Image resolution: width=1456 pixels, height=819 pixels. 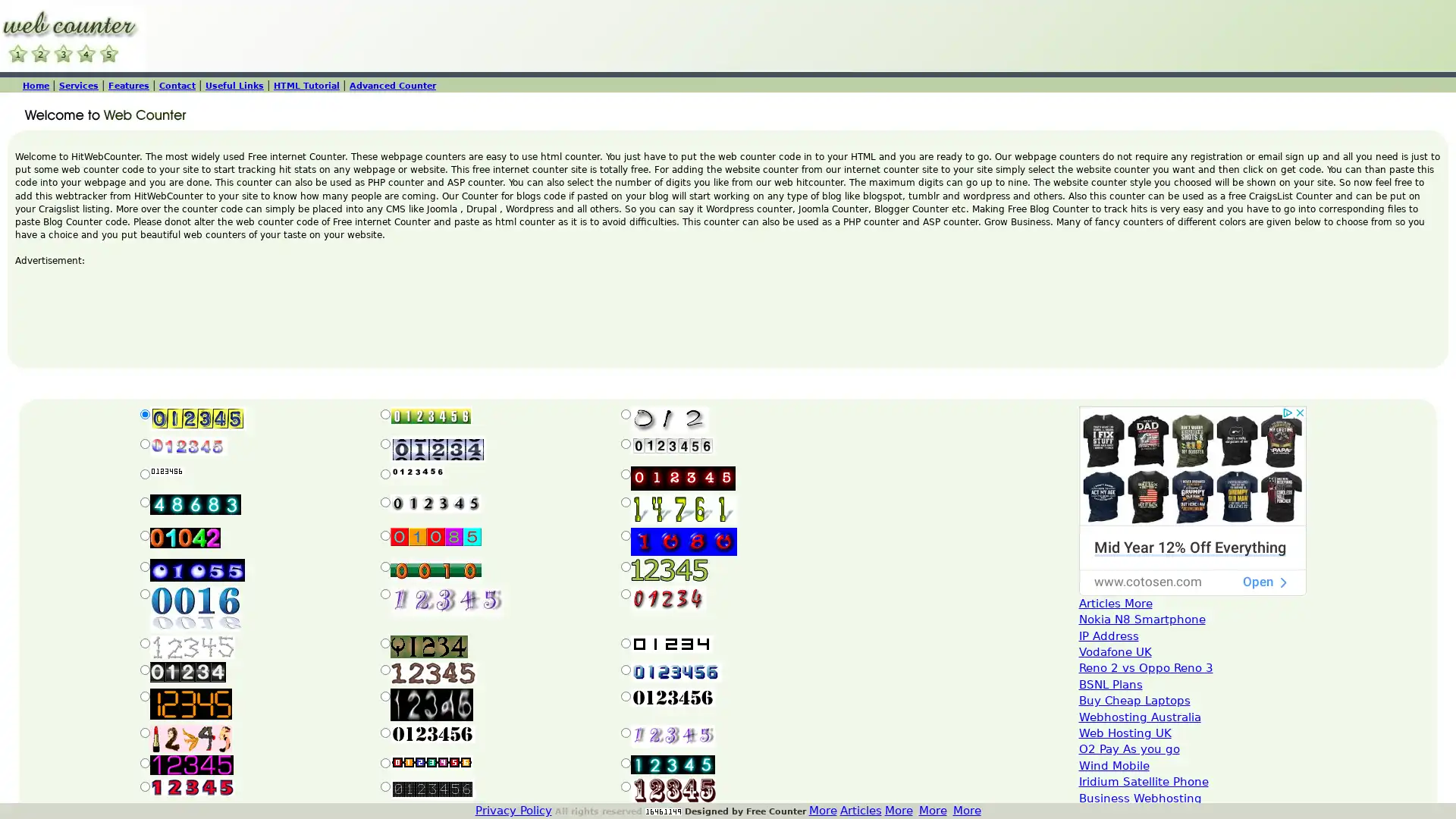 I want to click on Submit, so click(x=187, y=671).